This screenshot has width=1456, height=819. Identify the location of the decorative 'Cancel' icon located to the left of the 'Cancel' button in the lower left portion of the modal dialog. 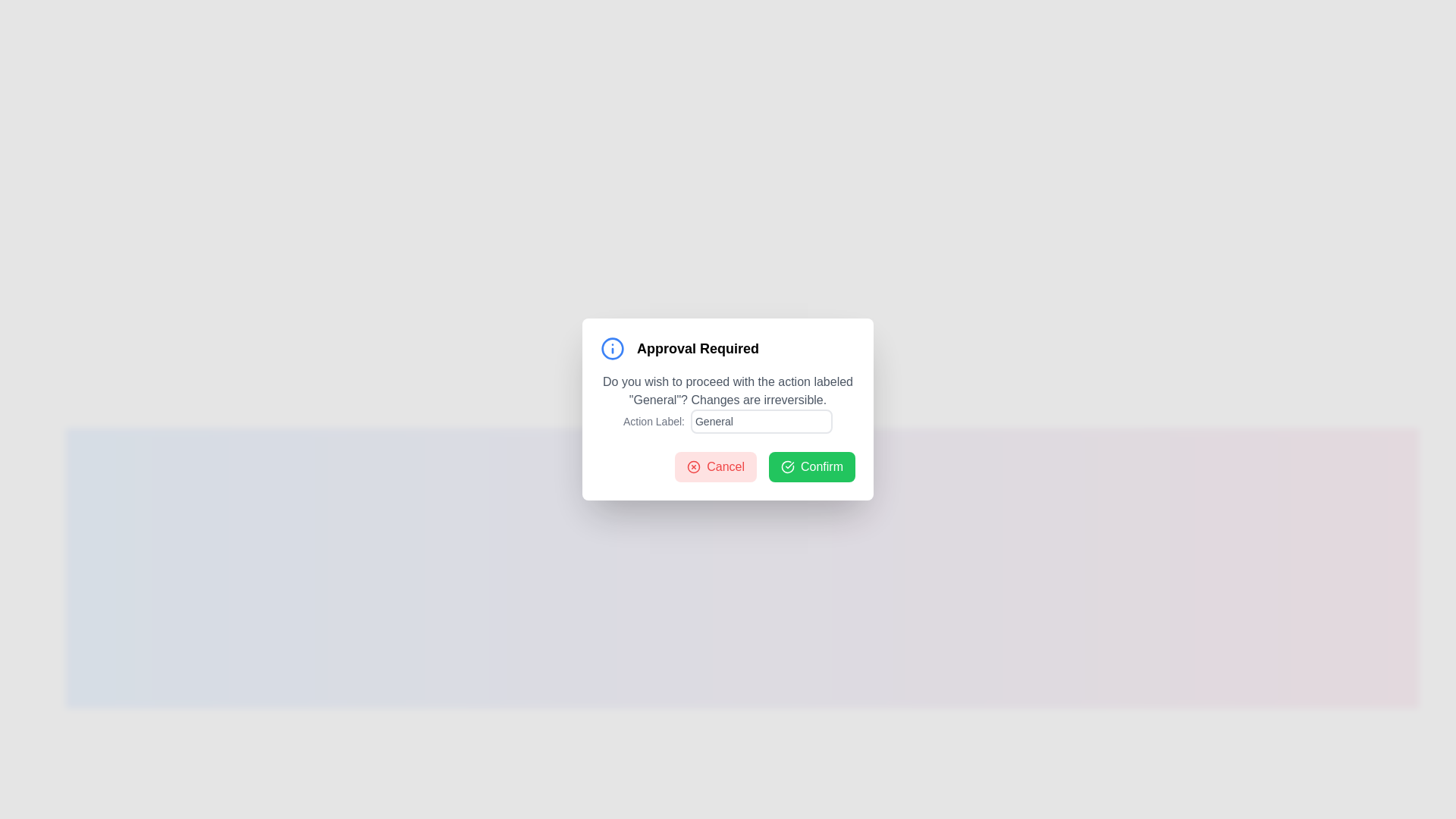
(693, 466).